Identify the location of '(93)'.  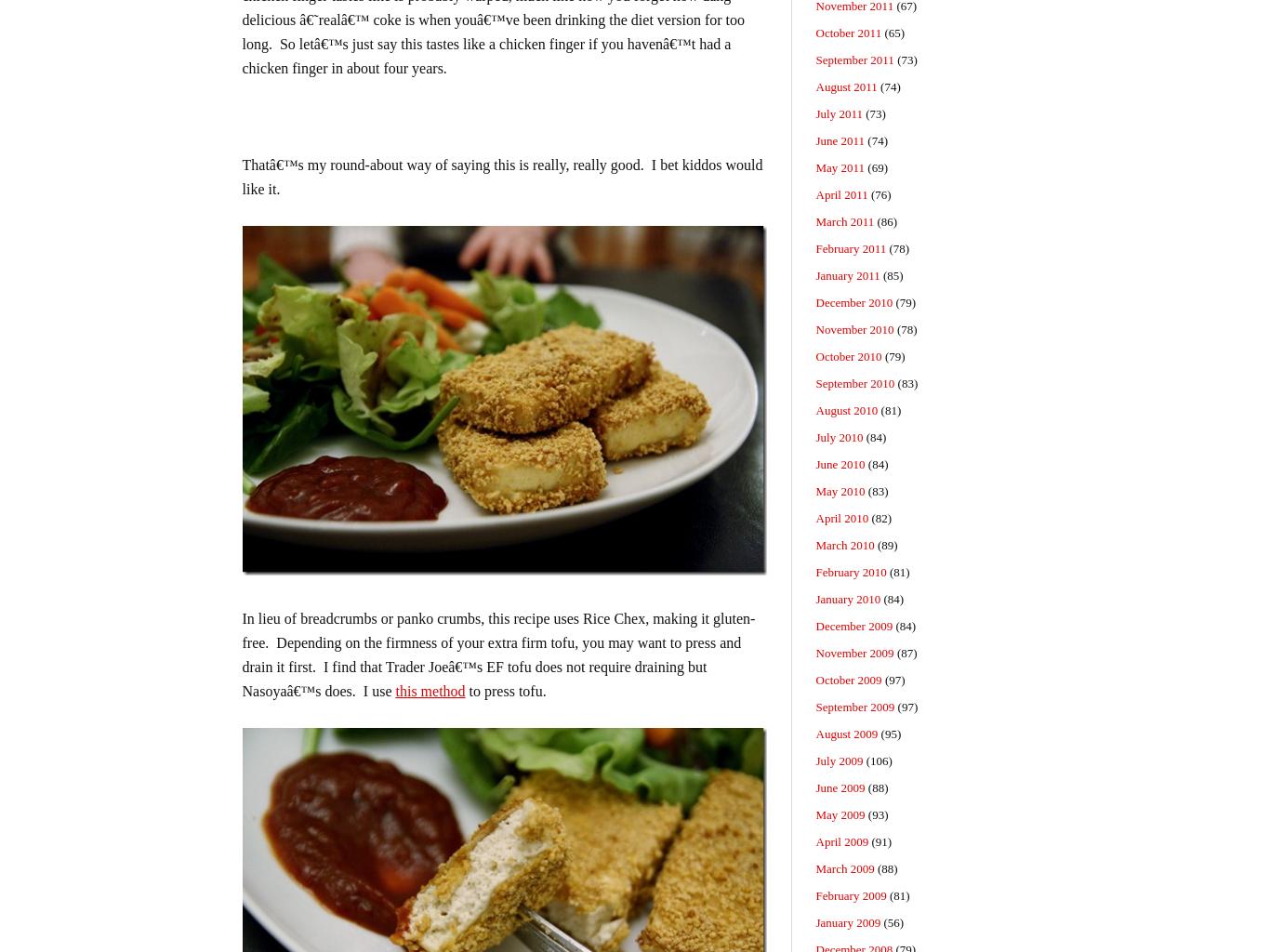
(876, 814).